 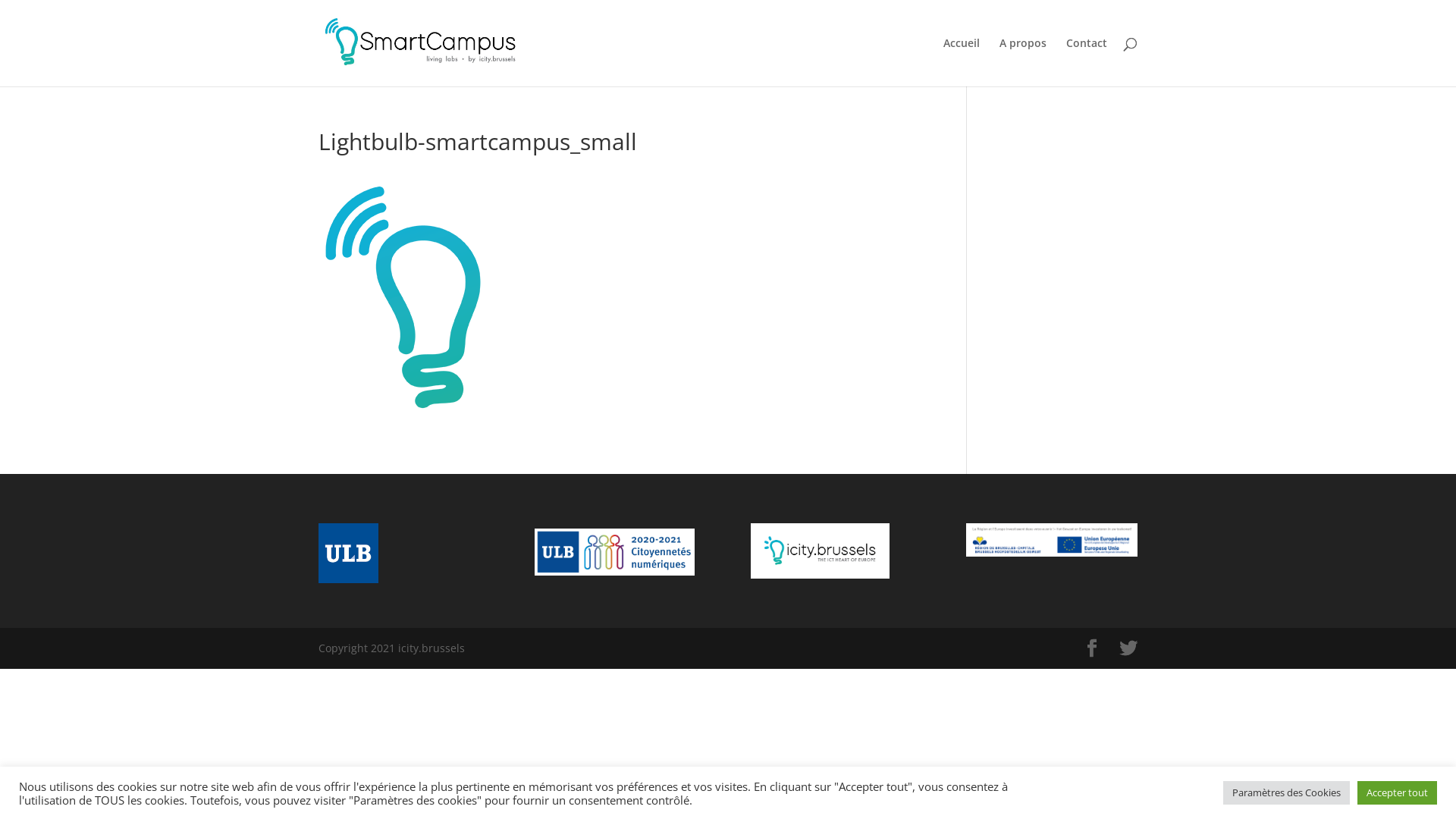 I want to click on 'Accueil', so click(x=960, y=61).